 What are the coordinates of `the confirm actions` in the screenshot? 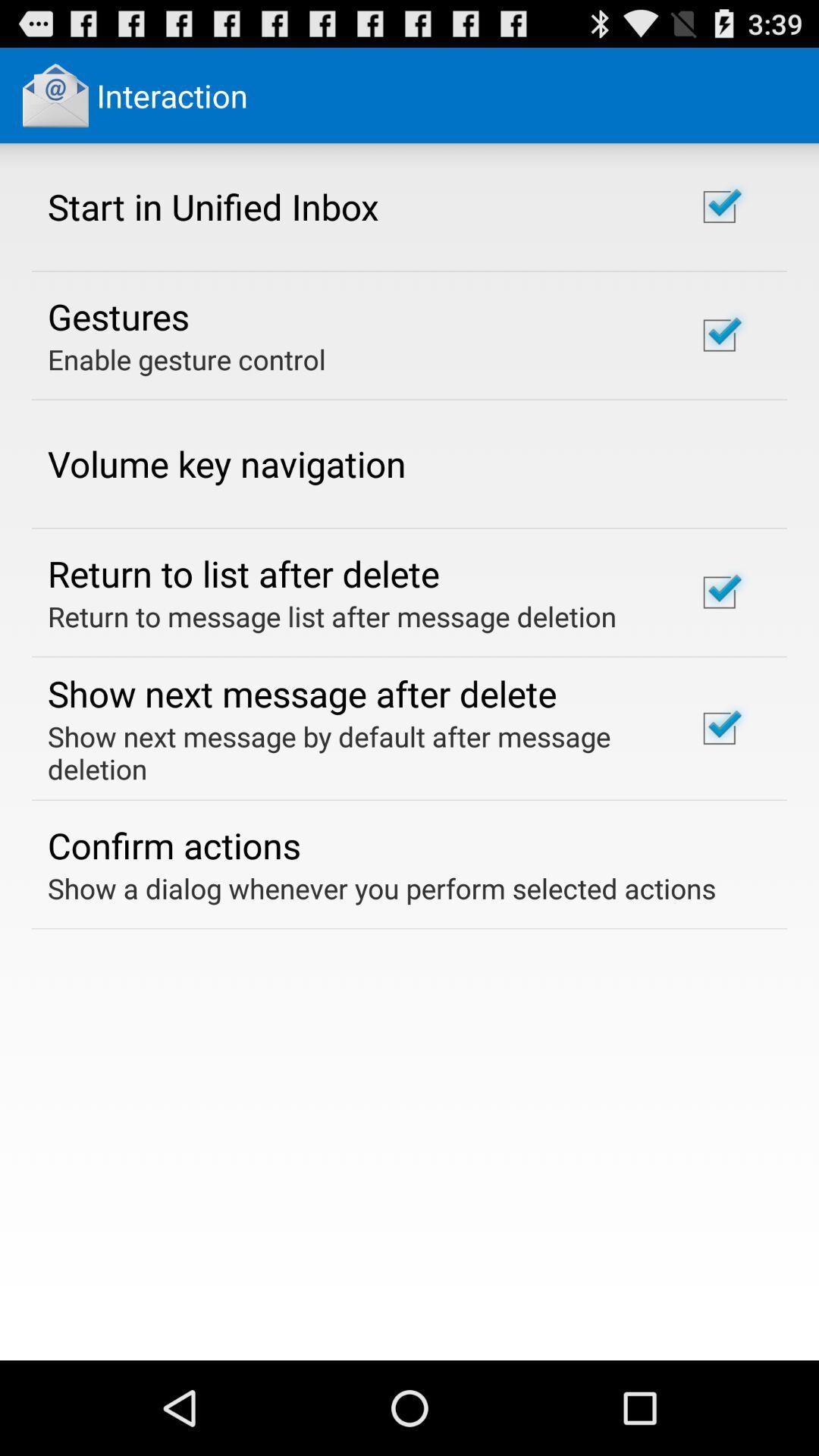 It's located at (173, 844).